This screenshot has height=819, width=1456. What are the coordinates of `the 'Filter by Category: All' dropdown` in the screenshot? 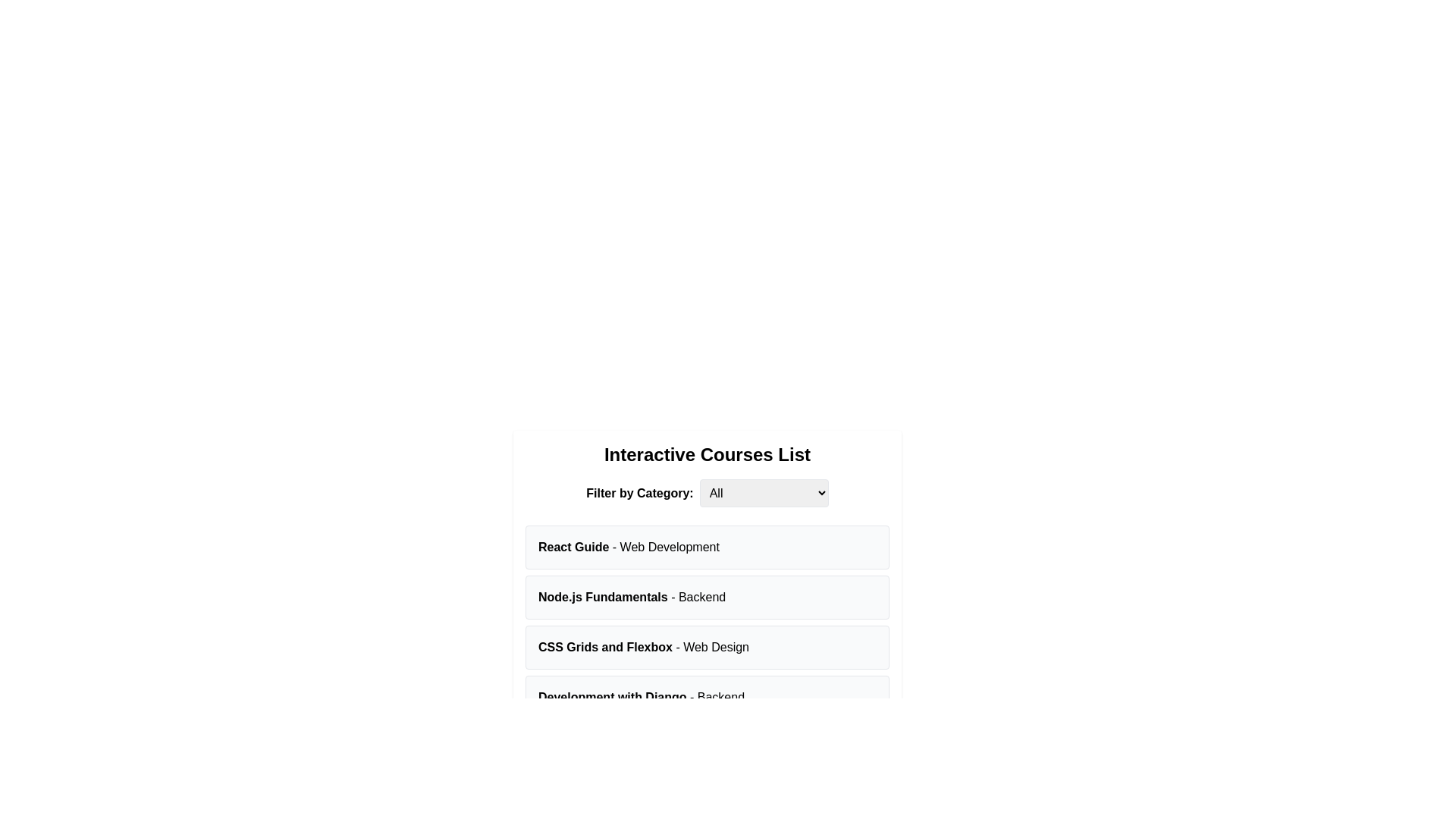 It's located at (706, 493).